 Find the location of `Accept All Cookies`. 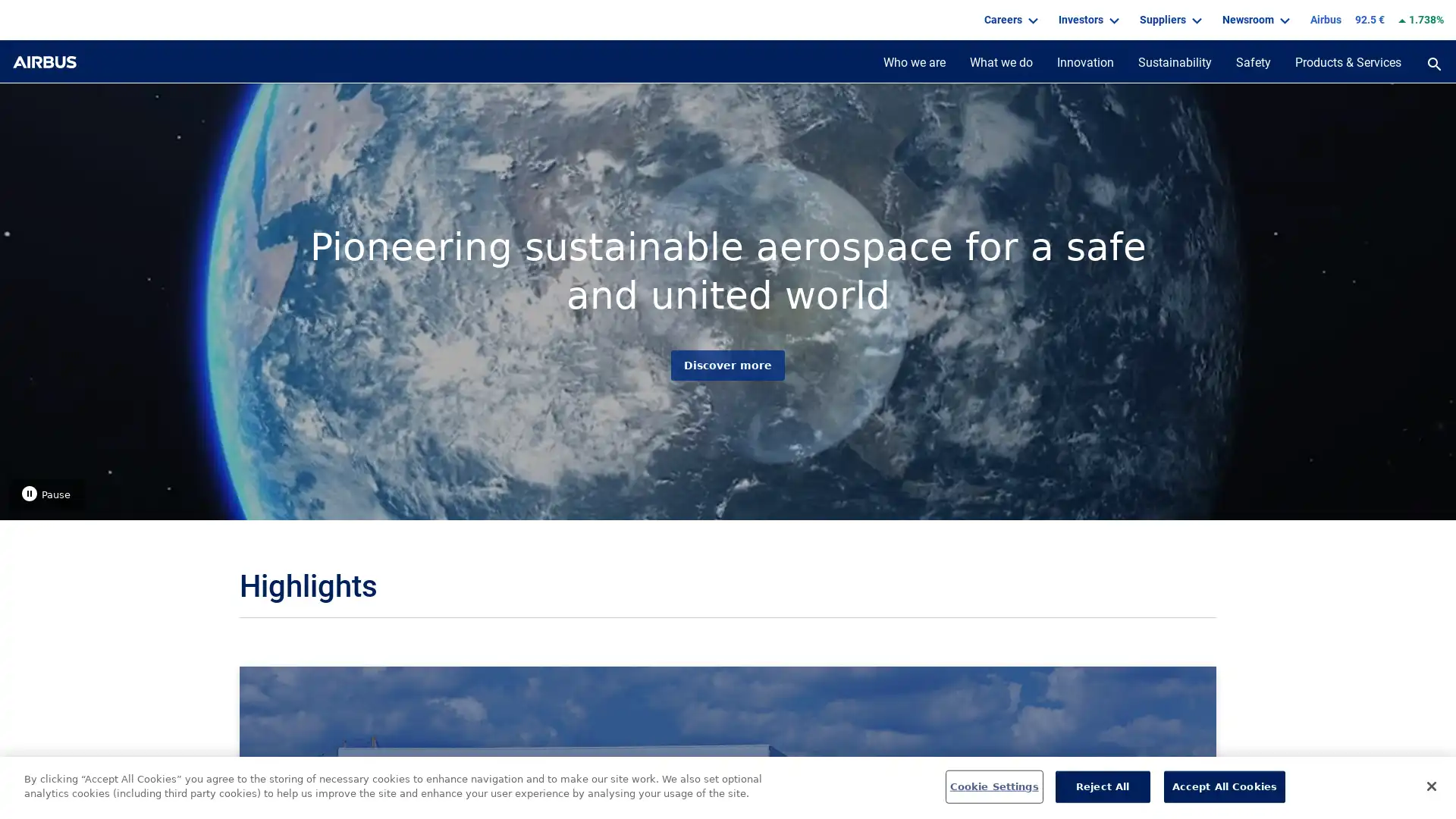

Accept All Cookies is located at coordinates (1224, 786).